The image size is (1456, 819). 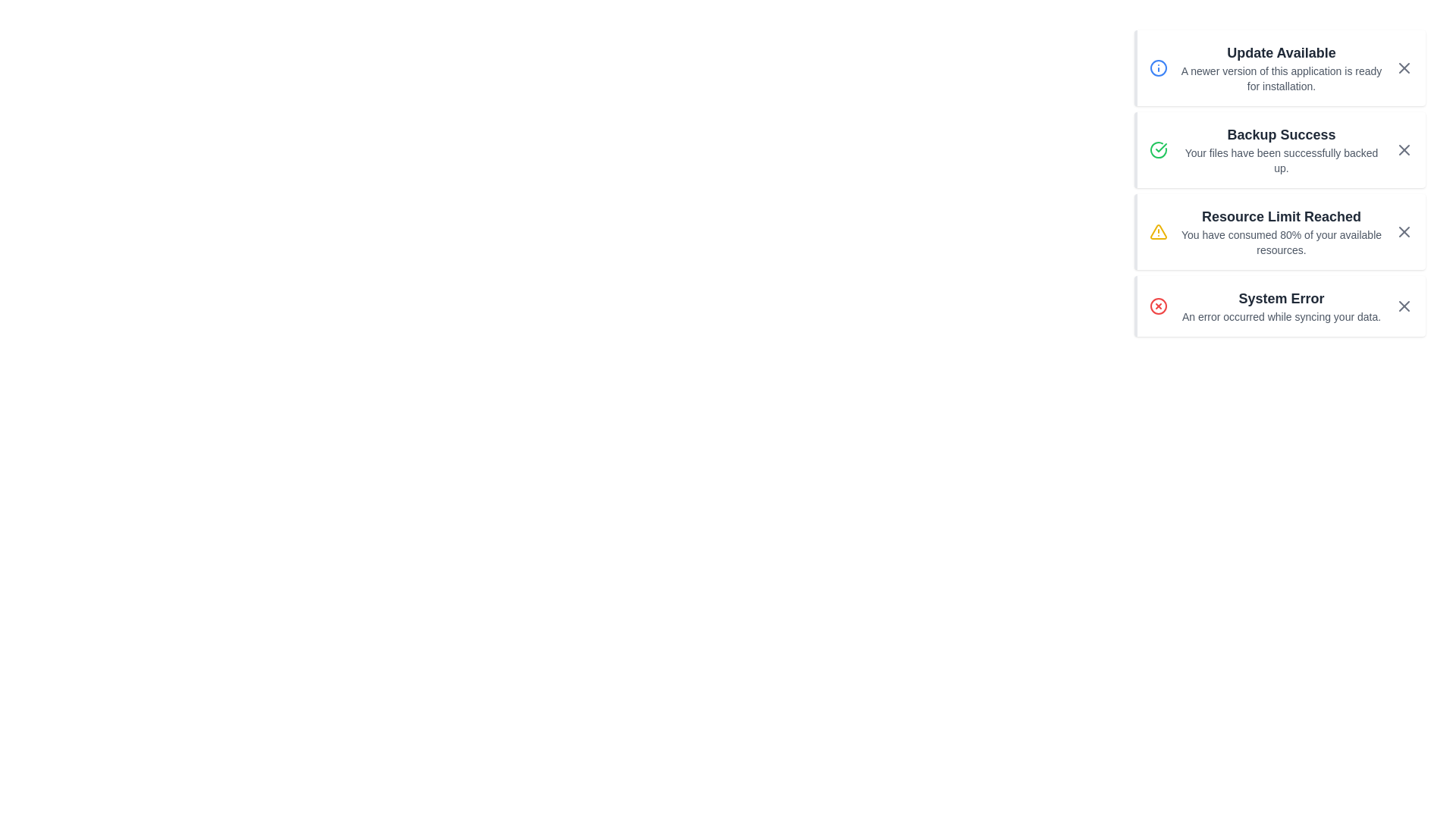 What do you see at coordinates (1404, 67) in the screenshot?
I see `the dismiss button located in the top-right corner of the 'Update Available' notification` at bounding box center [1404, 67].